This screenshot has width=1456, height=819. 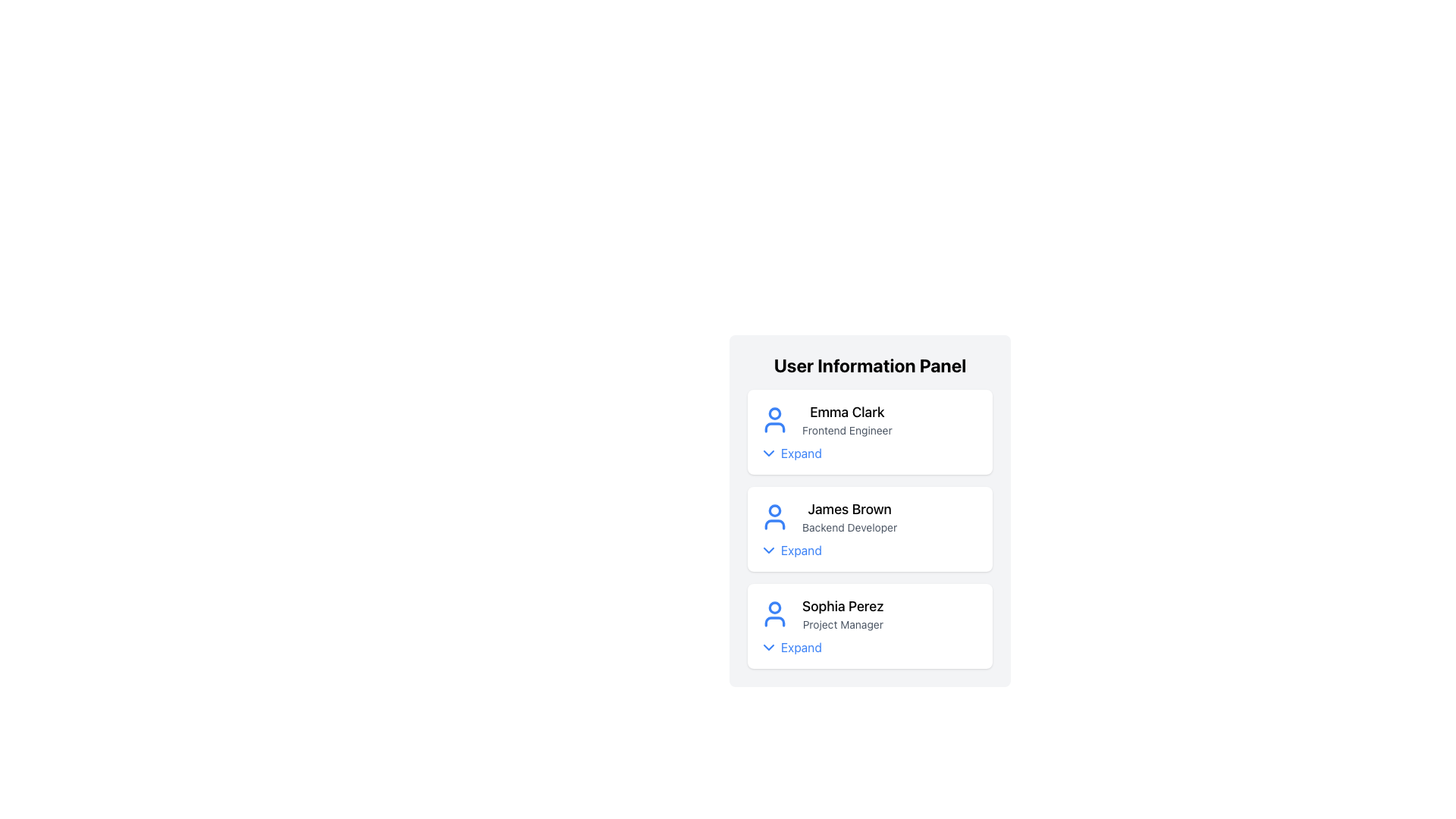 I want to click on user information displayed in the text label showing 'Sophia Perez' and 'Project Manager', which is the third user information block in the list, positioned below 'James Brown, Backend Developer', so click(x=842, y=614).